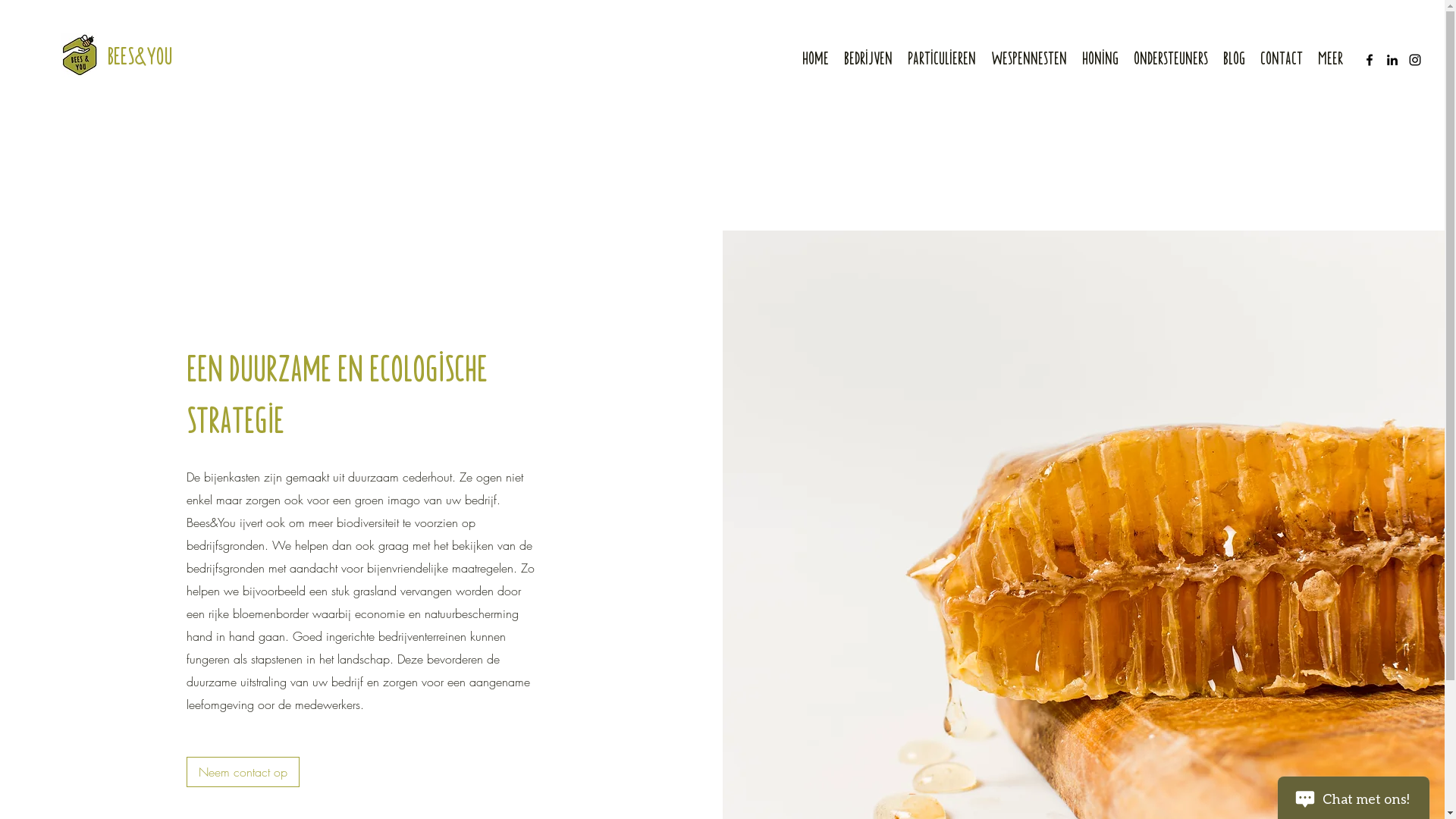 The width and height of the screenshot is (1456, 819). I want to click on 'Bees&You', so click(140, 52).